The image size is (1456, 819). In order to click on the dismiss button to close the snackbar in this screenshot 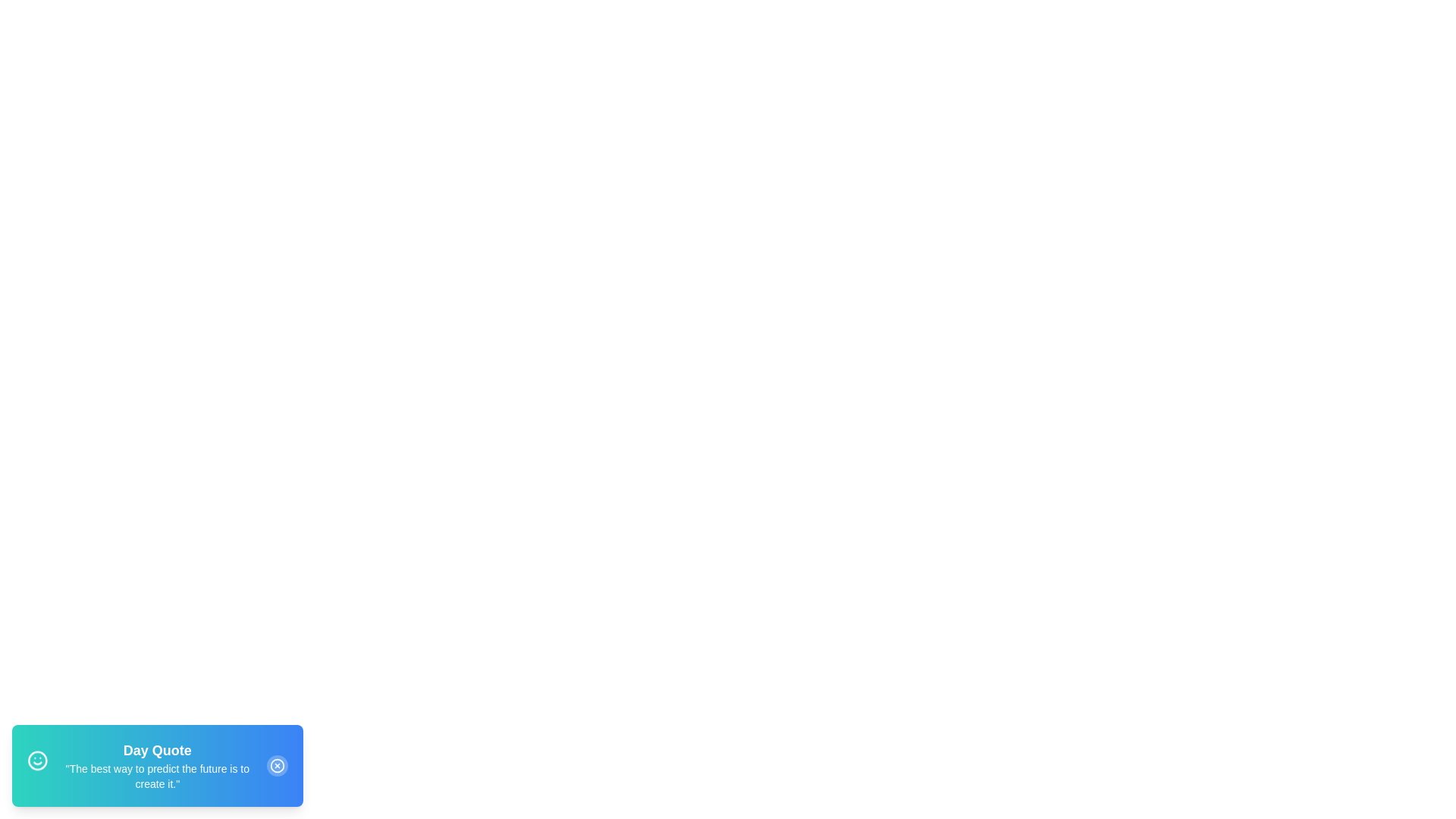, I will do `click(277, 766)`.